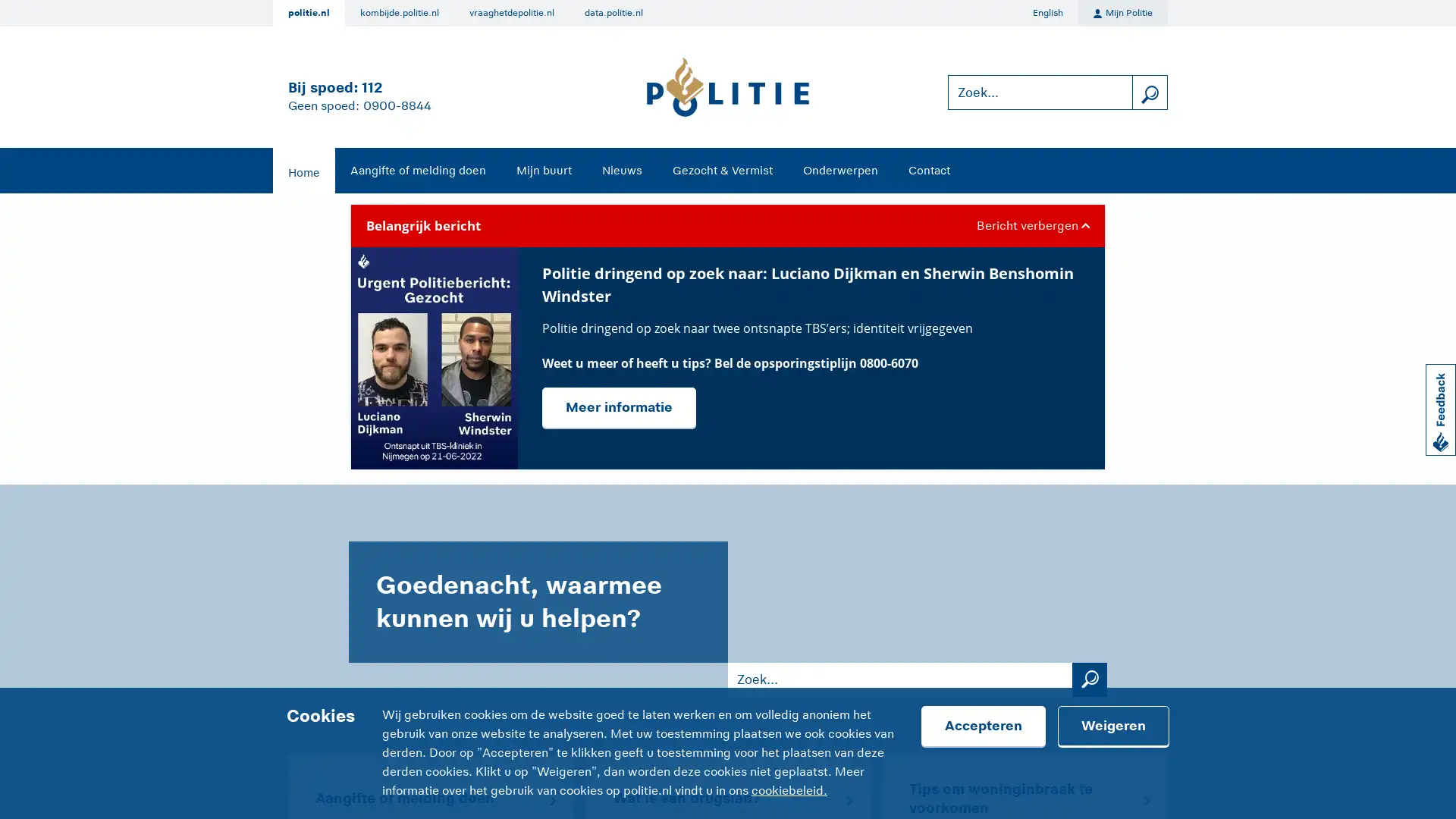 The image size is (1456, 819). What do you see at coordinates (1031, 225) in the screenshot?
I see `Bericht verbergen` at bounding box center [1031, 225].